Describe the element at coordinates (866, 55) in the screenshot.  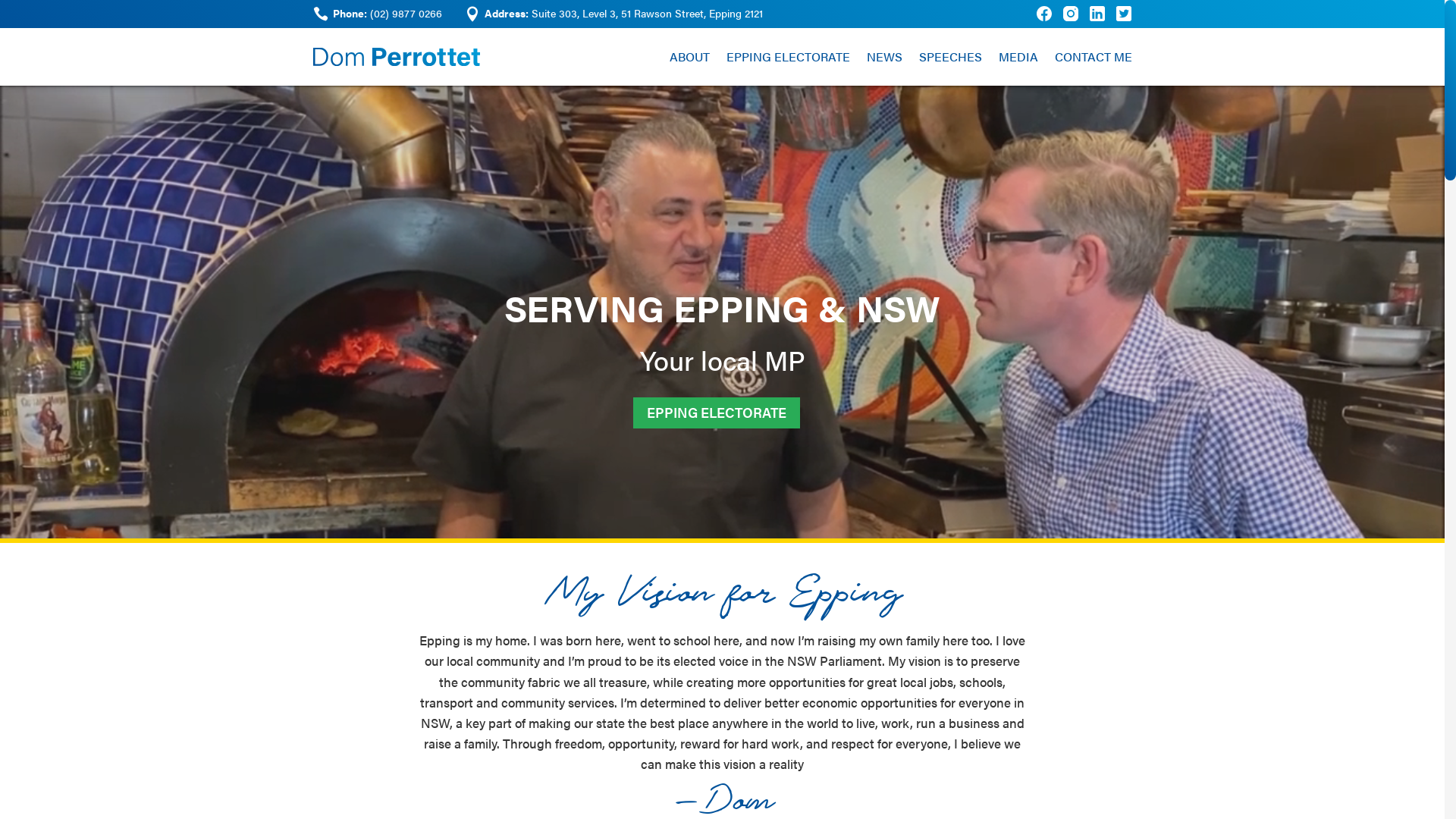
I see `'NEWS'` at that location.